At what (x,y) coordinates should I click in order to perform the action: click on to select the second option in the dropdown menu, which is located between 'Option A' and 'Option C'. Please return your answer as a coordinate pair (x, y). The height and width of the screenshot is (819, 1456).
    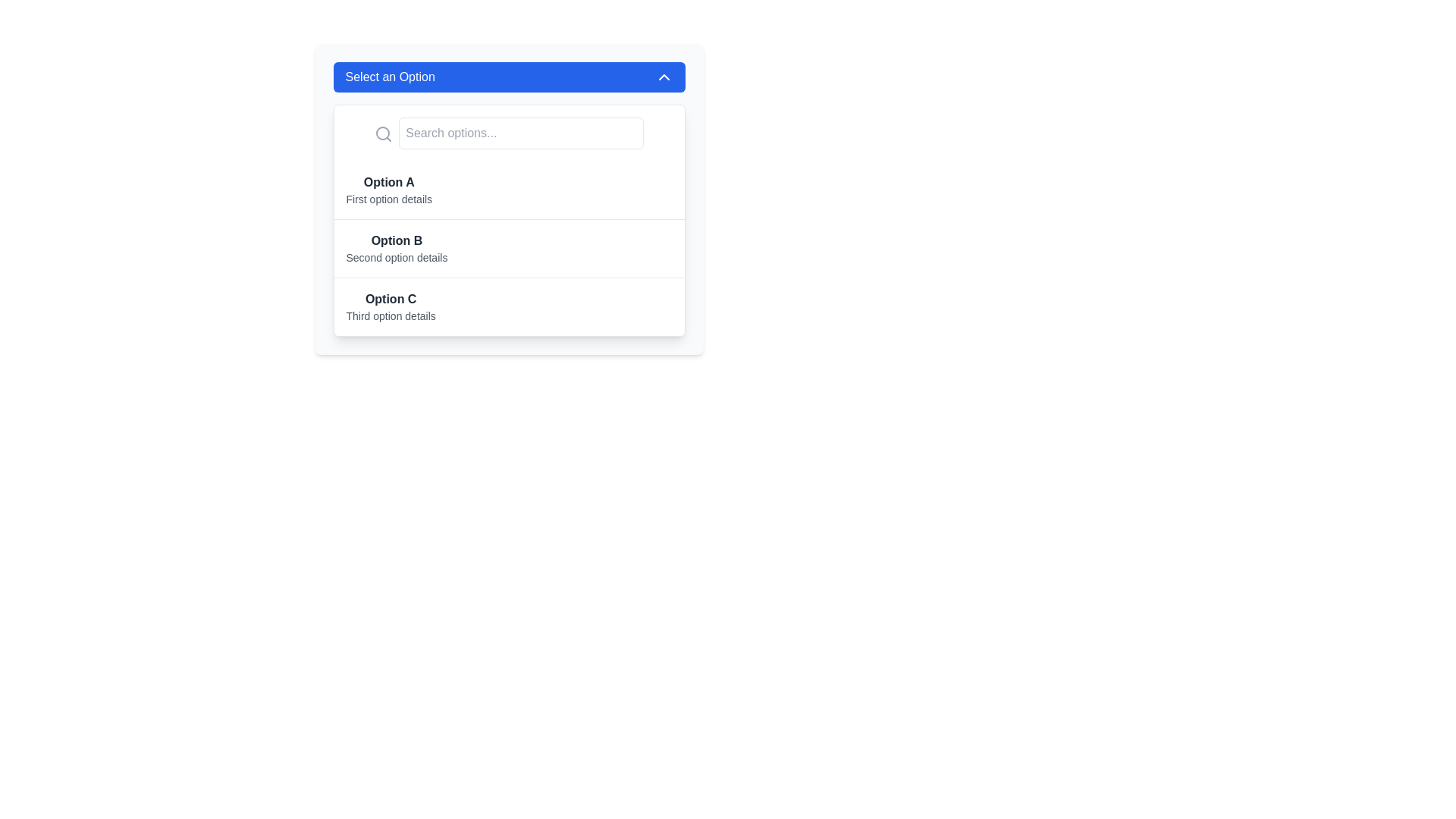
    Looking at the image, I should click on (509, 247).